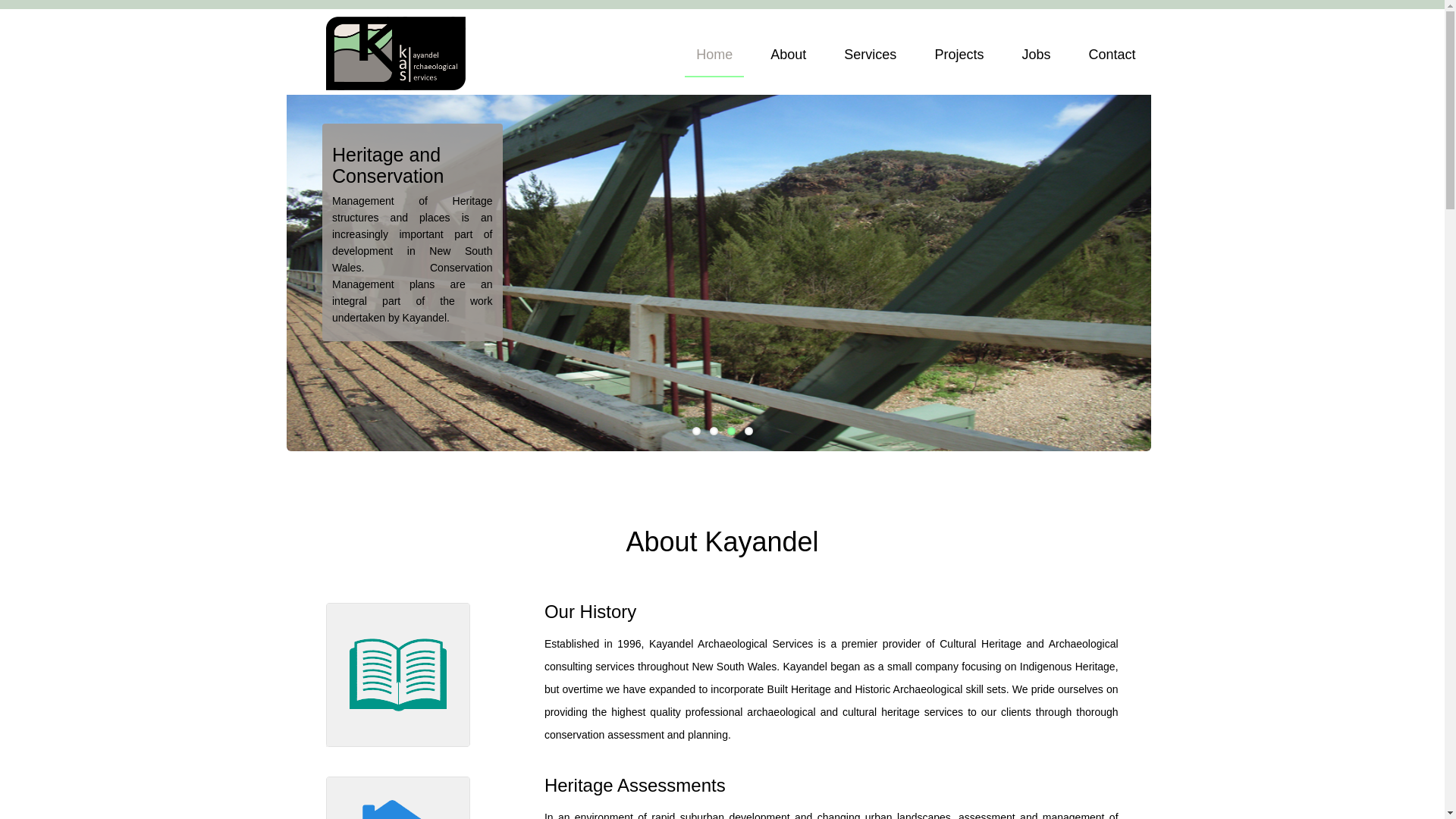 Image resolution: width=1456 pixels, height=819 pixels. What do you see at coordinates (695, 431) in the screenshot?
I see `'1'` at bounding box center [695, 431].